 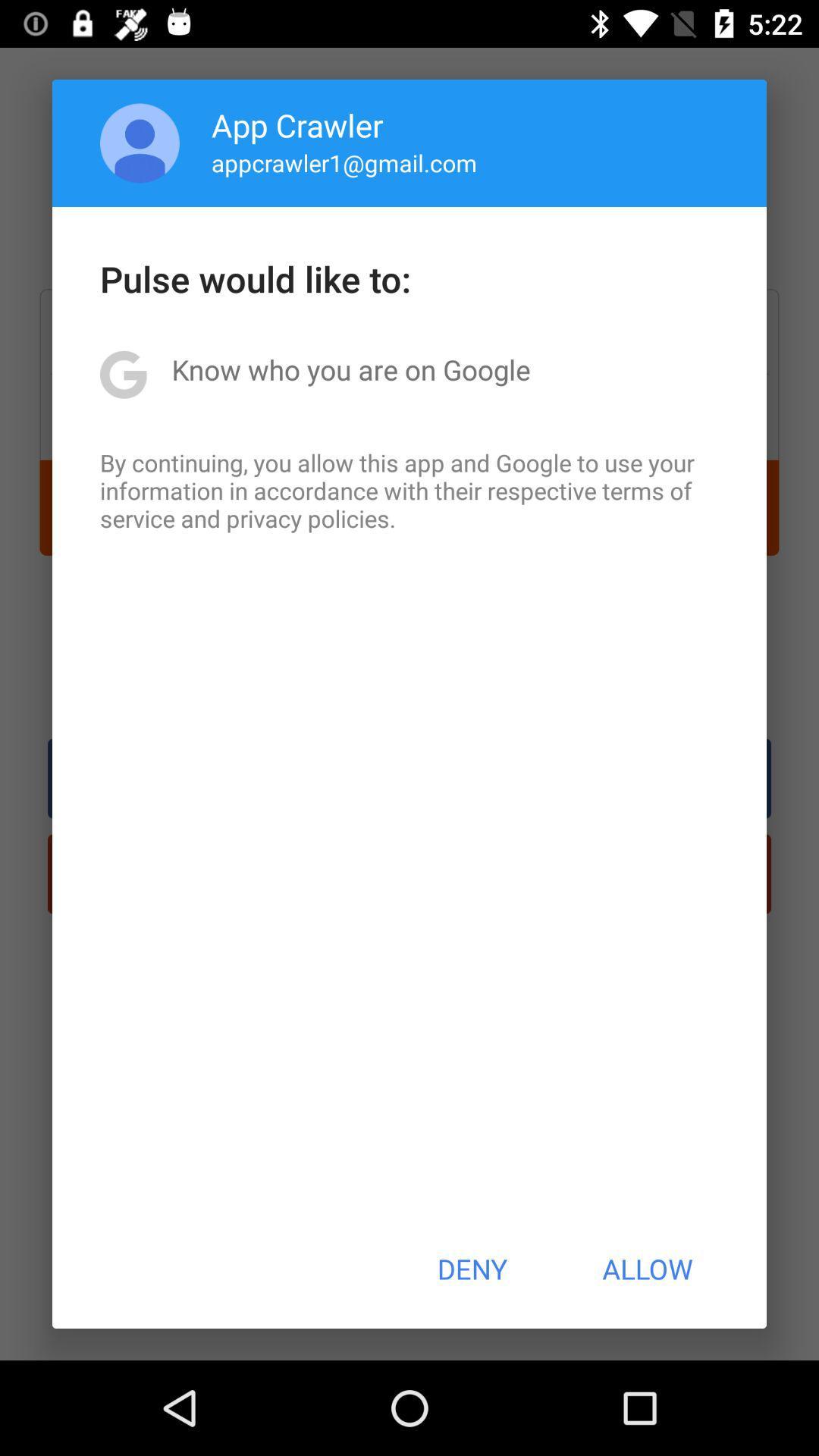 What do you see at coordinates (471, 1269) in the screenshot?
I see `the item to the left of allow button` at bounding box center [471, 1269].